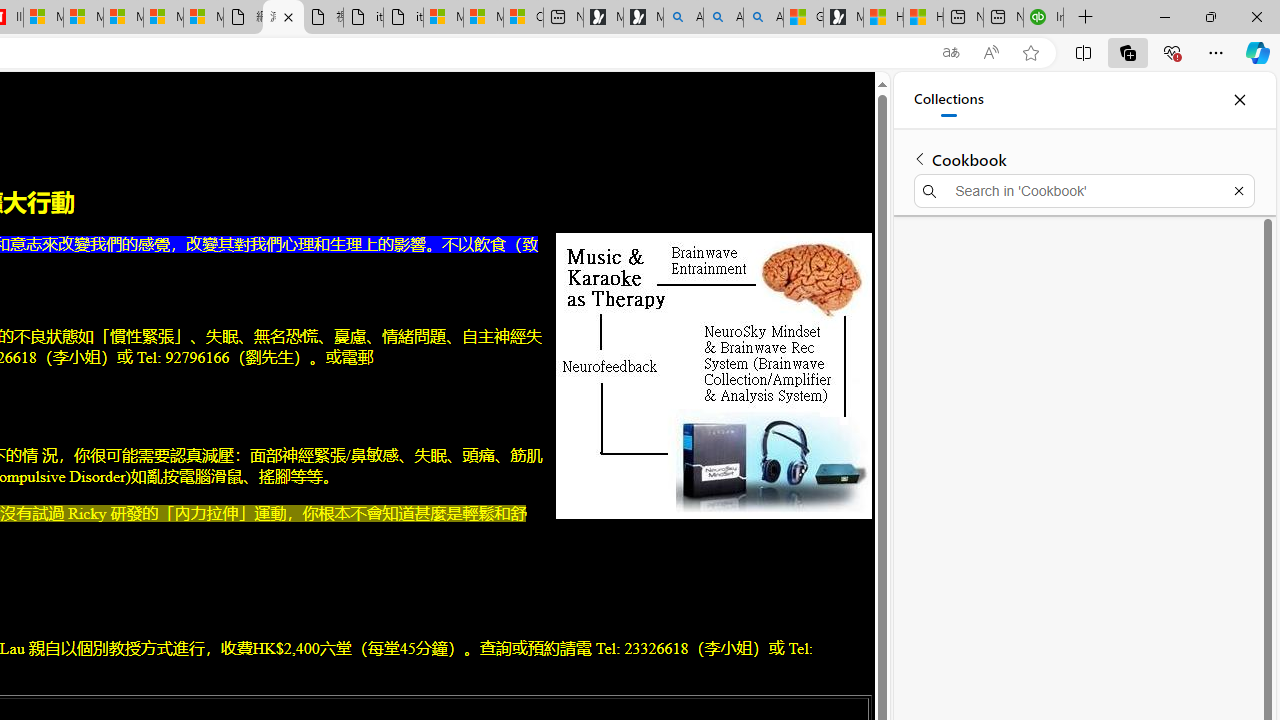  Describe the element at coordinates (1042, 17) in the screenshot. I see `'Intuit QuickBooks Online - Quickbooks'` at that location.